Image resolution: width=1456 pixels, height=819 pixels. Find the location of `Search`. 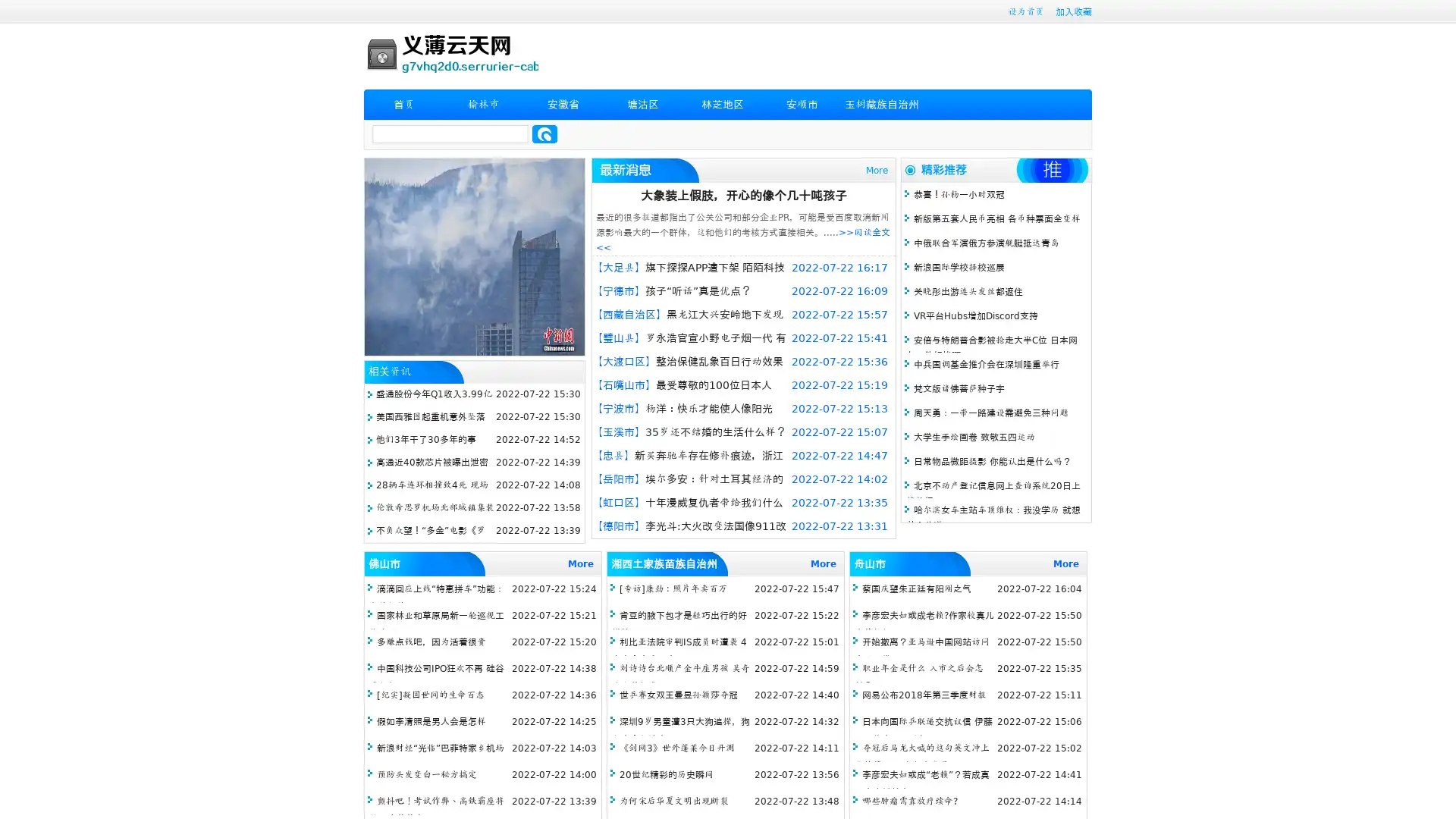

Search is located at coordinates (544, 133).